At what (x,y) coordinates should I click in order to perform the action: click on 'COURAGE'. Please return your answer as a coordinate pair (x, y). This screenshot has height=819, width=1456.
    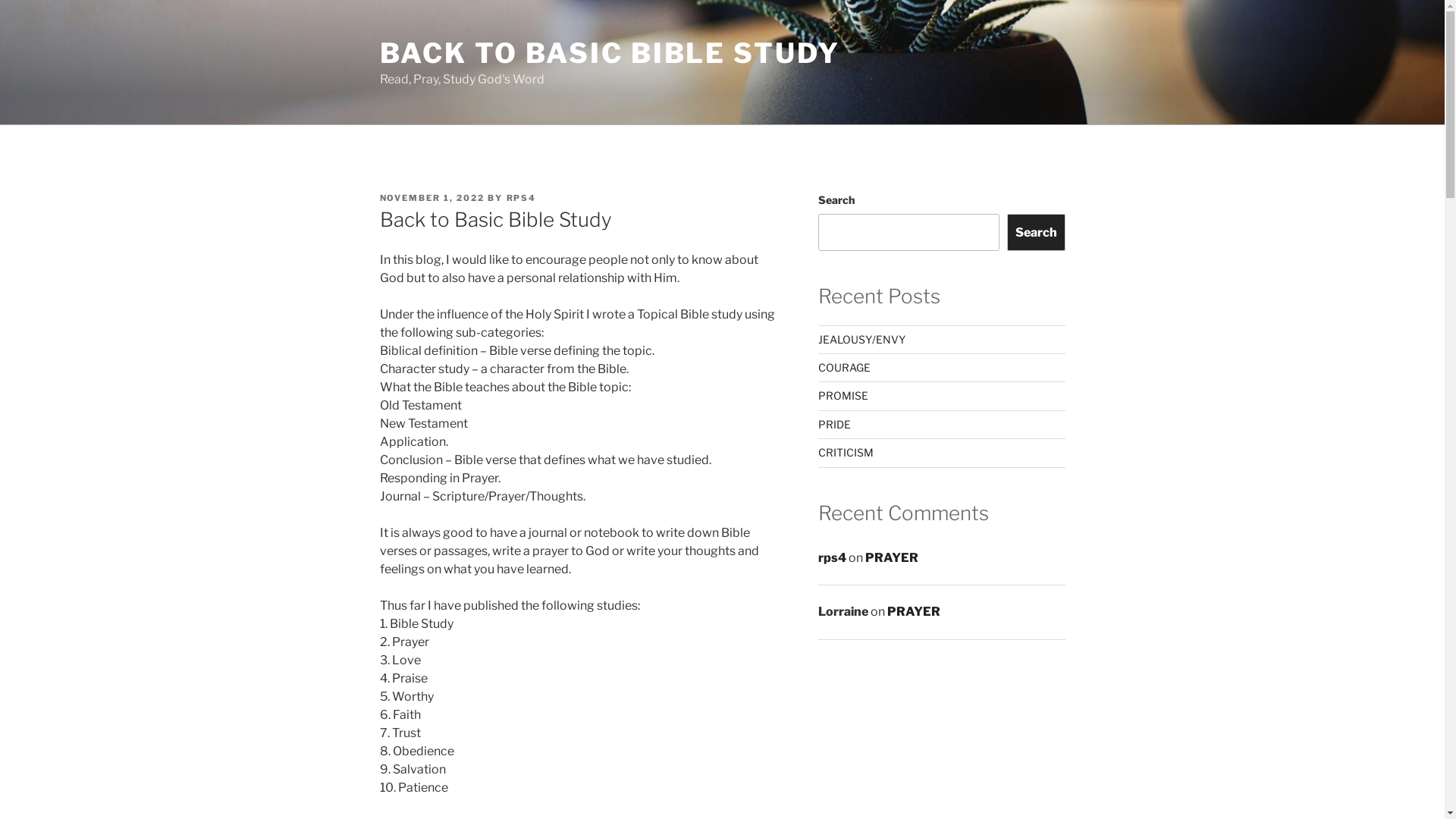
    Looking at the image, I should click on (843, 367).